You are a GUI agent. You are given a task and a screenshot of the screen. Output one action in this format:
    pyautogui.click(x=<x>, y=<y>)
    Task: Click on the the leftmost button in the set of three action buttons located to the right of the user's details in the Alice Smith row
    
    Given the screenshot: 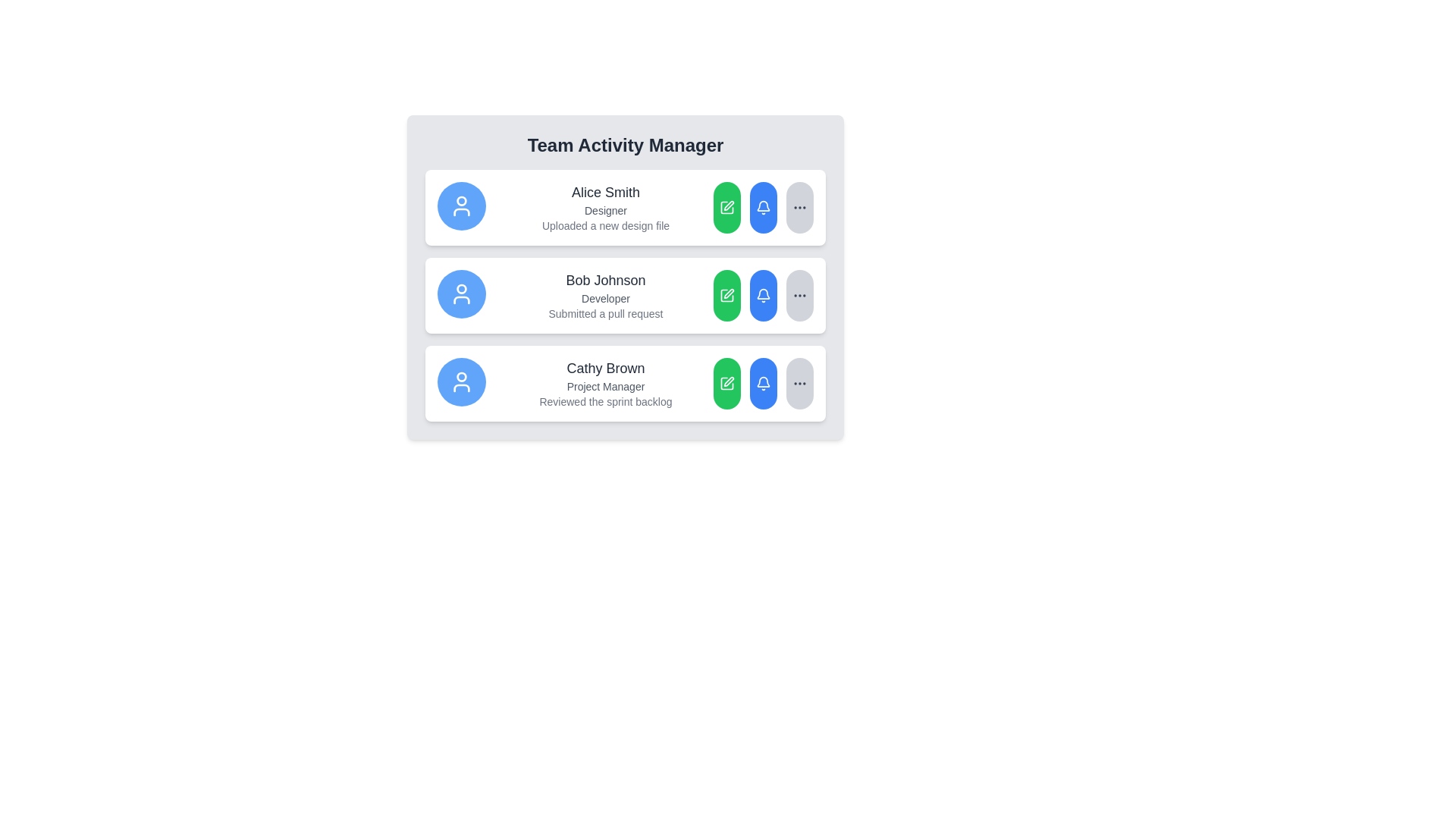 What is the action you would take?
    pyautogui.click(x=726, y=207)
    